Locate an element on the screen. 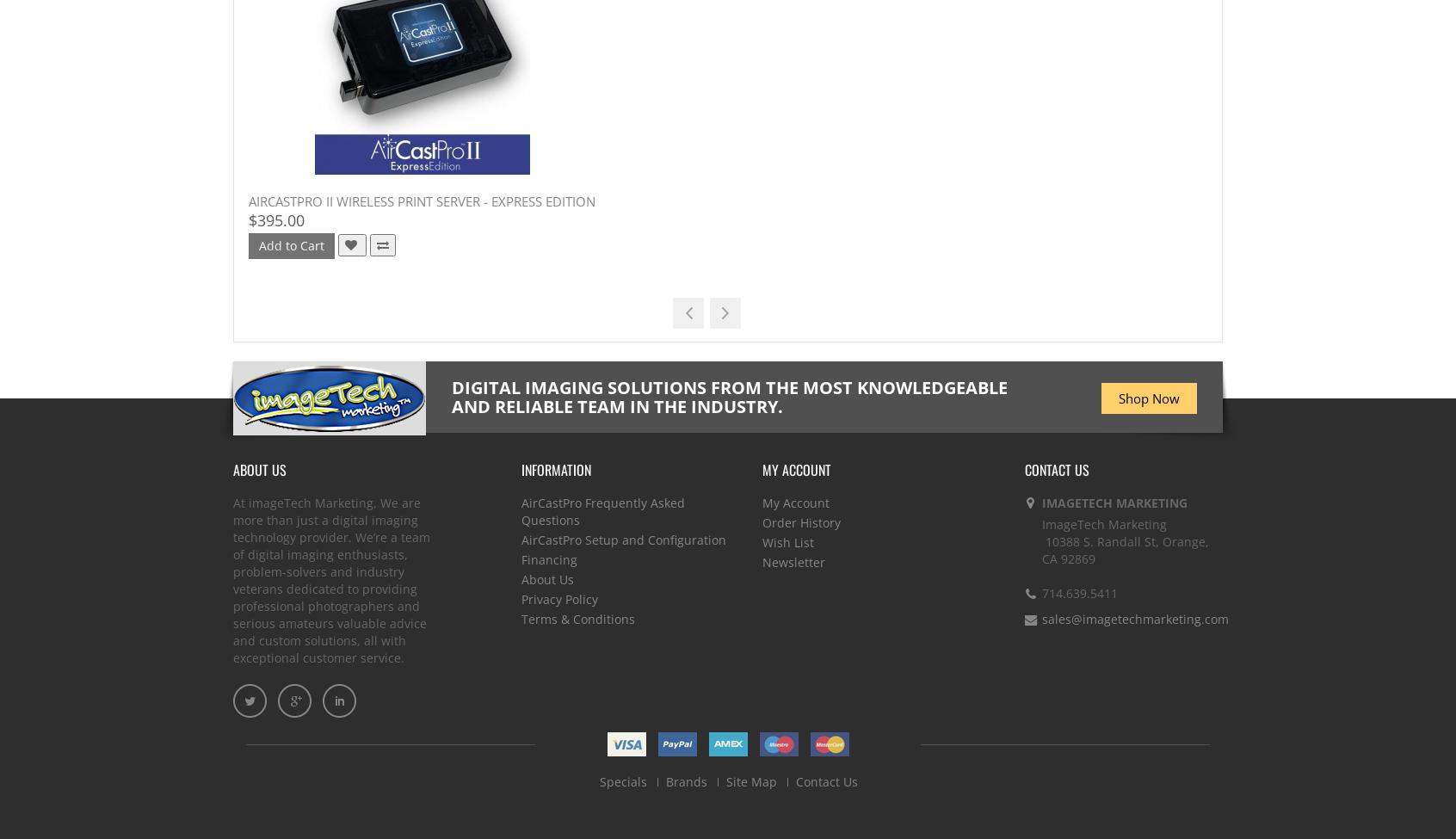 This screenshot has height=839, width=1456. '$395.00' is located at coordinates (275, 219).